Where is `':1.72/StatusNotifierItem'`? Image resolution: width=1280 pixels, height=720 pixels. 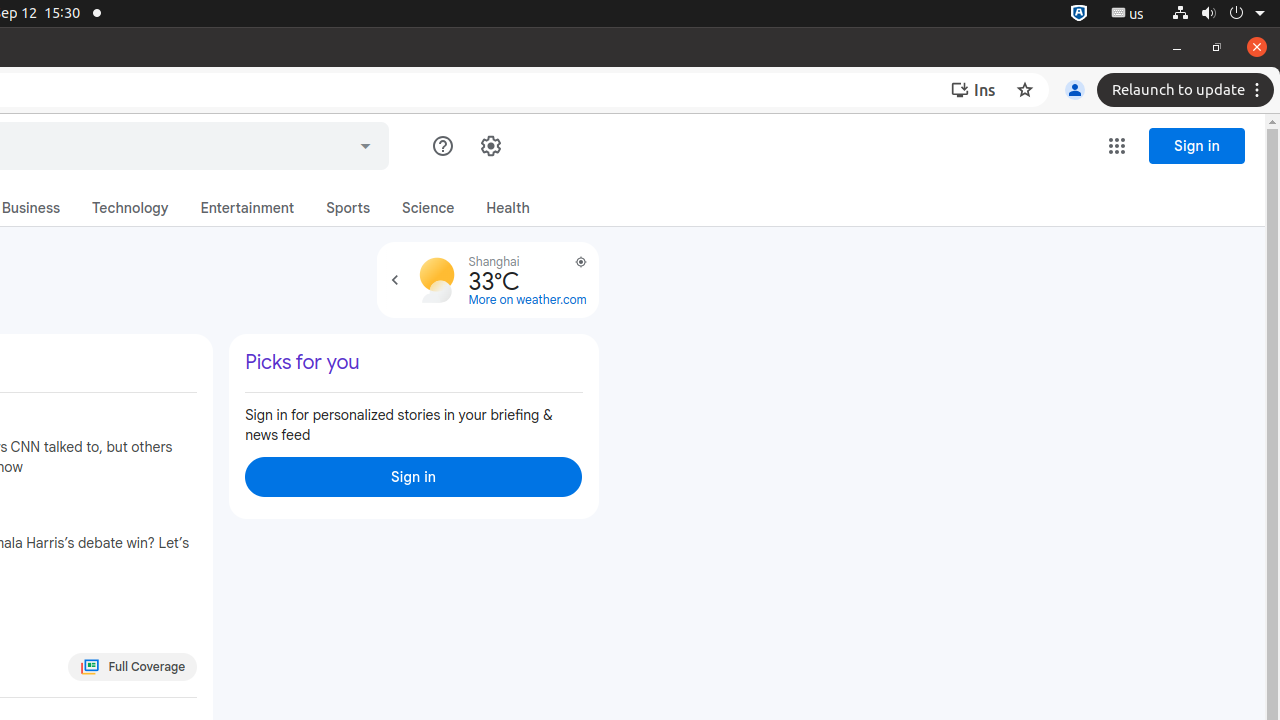 ':1.72/StatusNotifierItem' is located at coordinates (1078, 13).